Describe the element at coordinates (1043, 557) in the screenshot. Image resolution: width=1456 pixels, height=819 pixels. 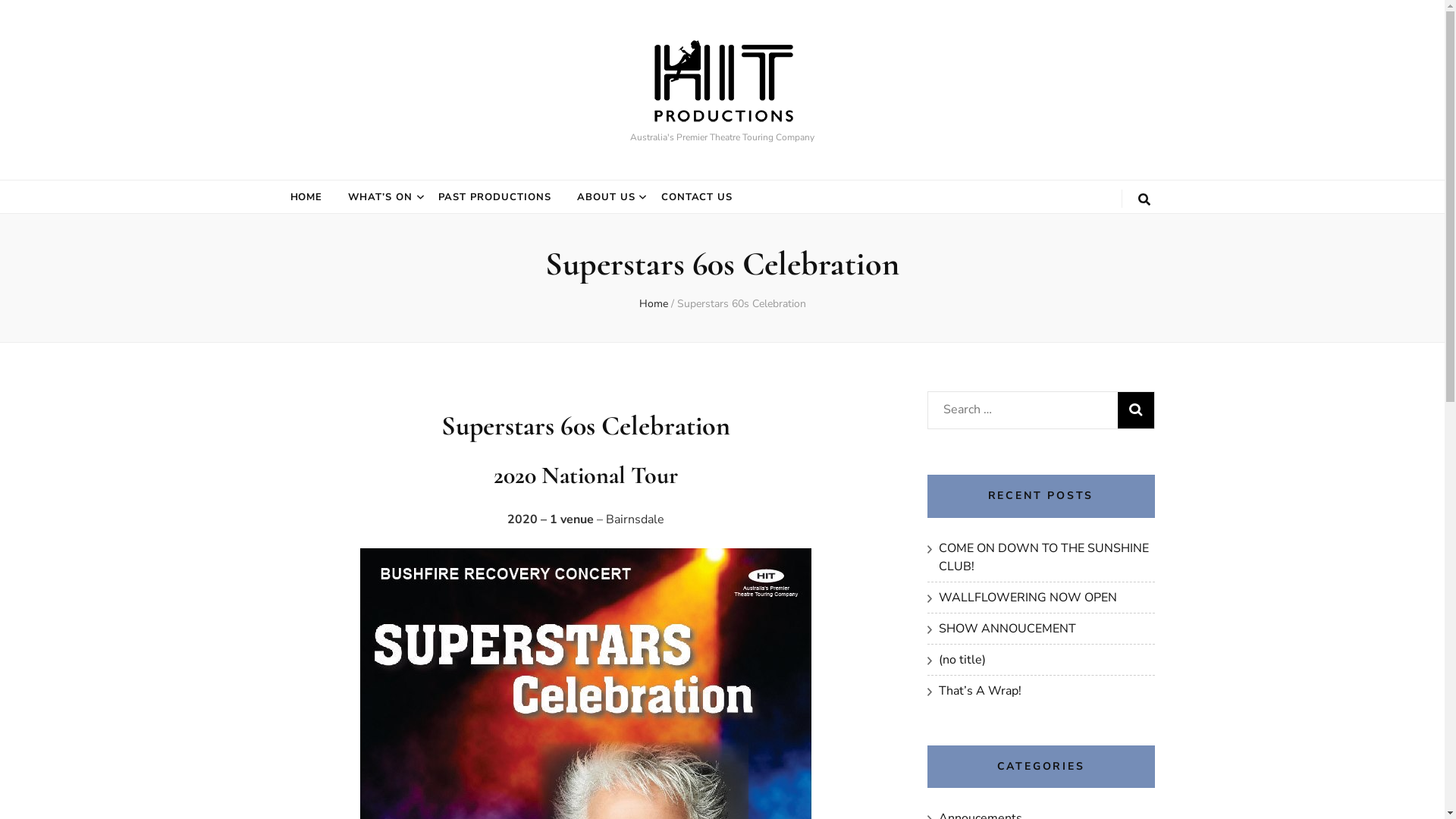
I see `'COME ON DOWN TO THE SUNSHINE CLUB!'` at that location.